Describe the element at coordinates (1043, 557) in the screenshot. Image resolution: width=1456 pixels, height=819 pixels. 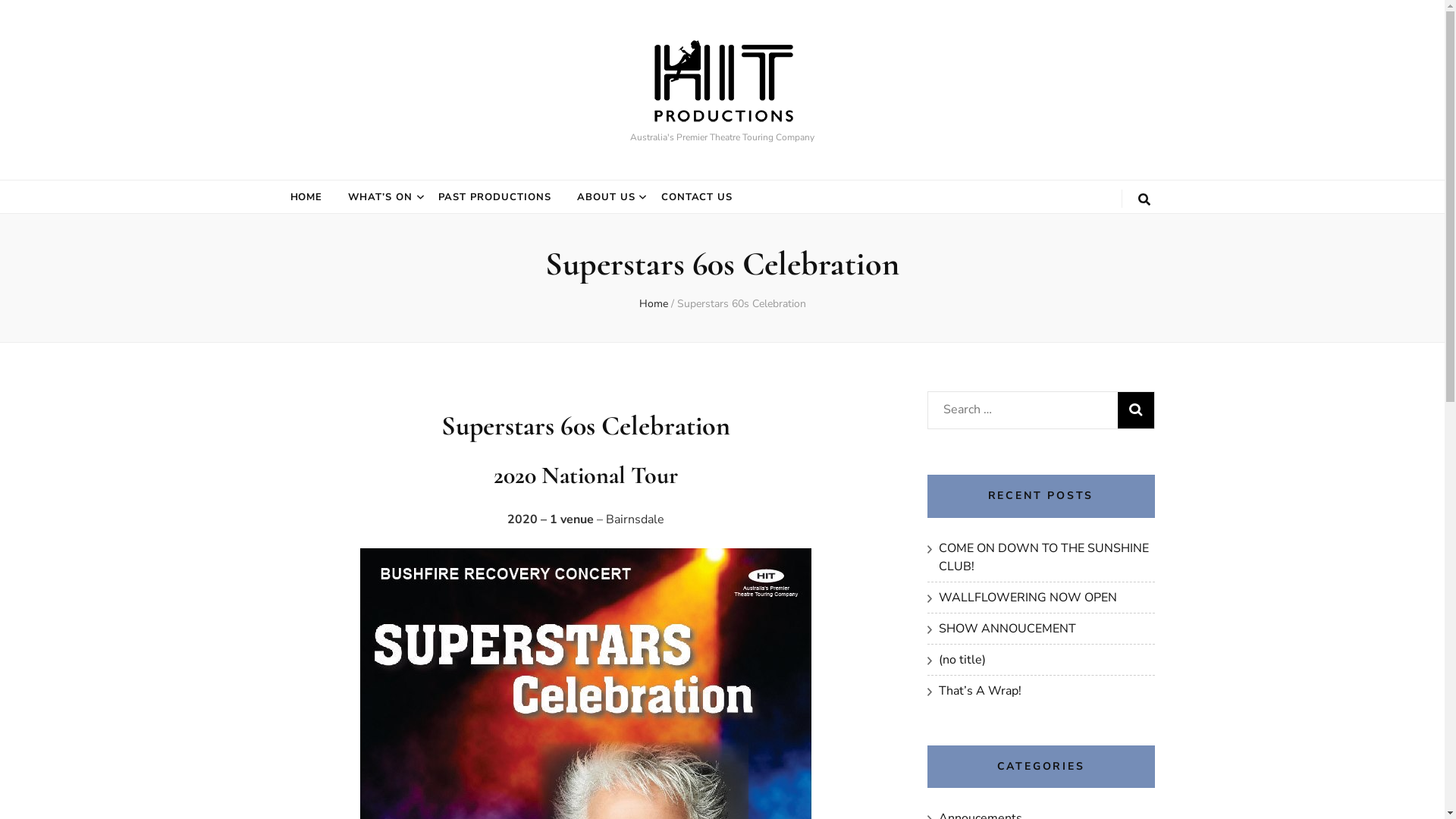
I see `'COME ON DOWN TO THE SUNSHINE CLUB!'` at that location.